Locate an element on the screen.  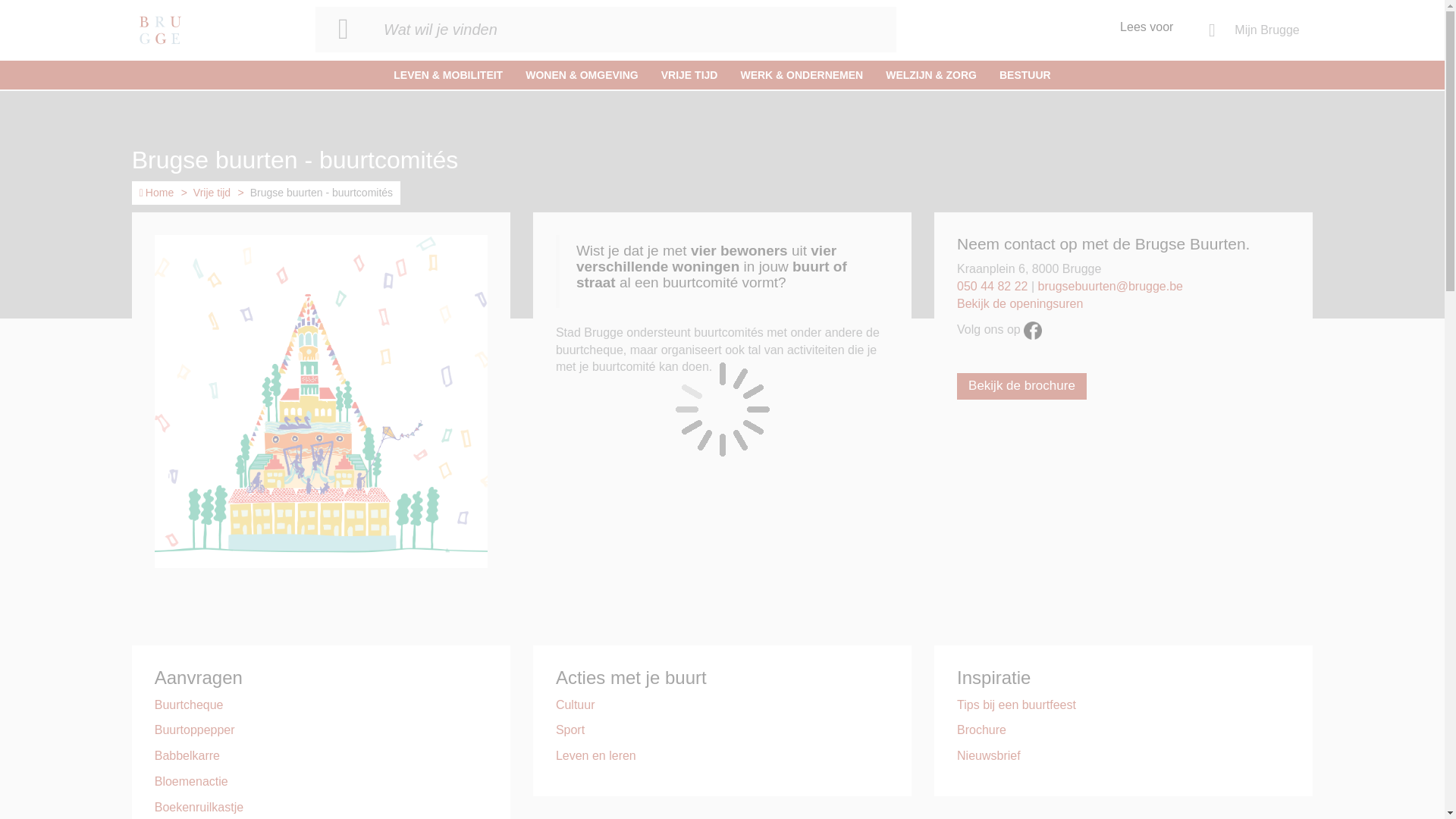
'WERK & ONDERNEMEN' is located at coordinates (728, 75).